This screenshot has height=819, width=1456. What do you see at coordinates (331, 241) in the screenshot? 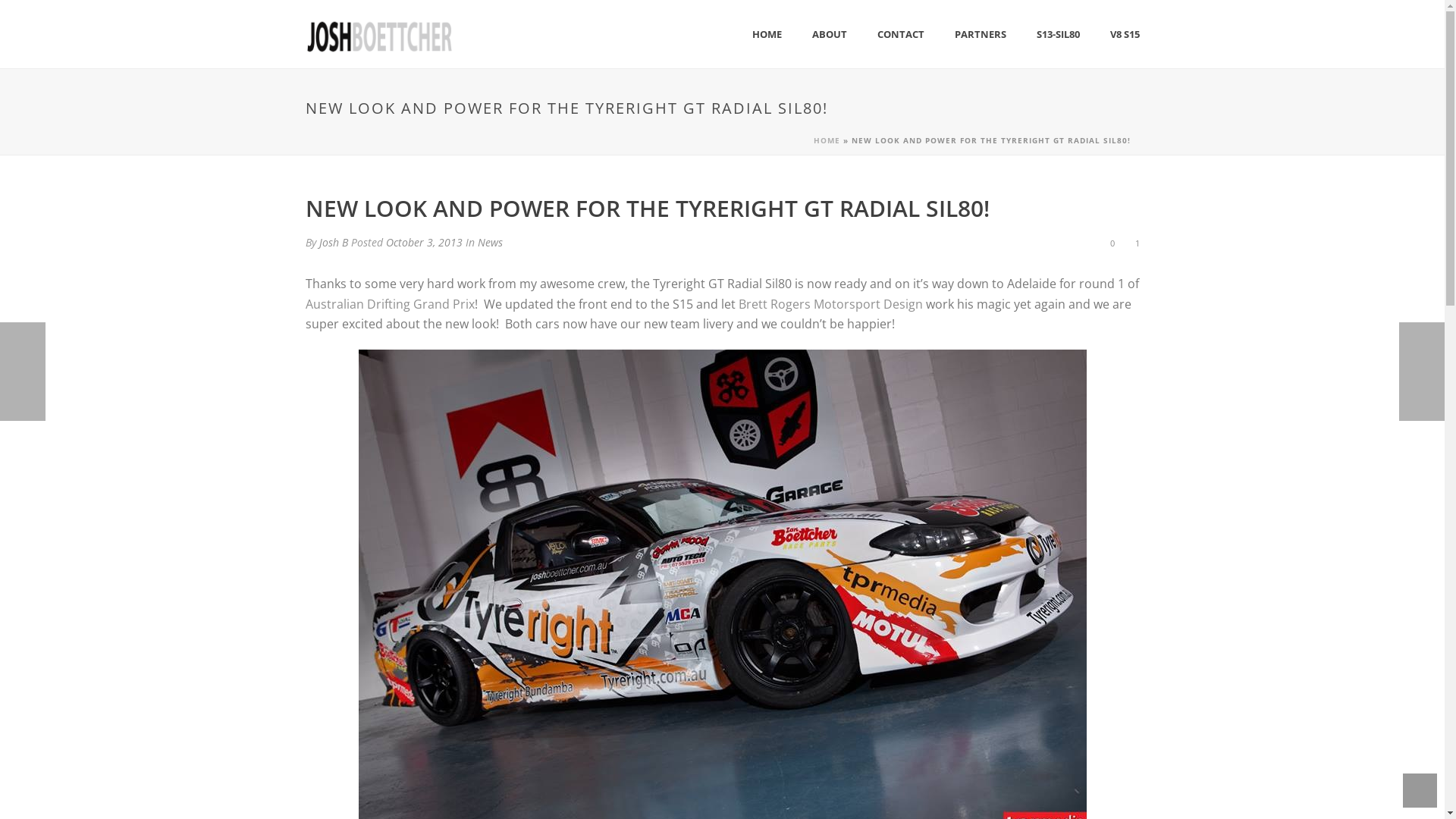
I see `'Josh B'` at bounding box center [331, 241].